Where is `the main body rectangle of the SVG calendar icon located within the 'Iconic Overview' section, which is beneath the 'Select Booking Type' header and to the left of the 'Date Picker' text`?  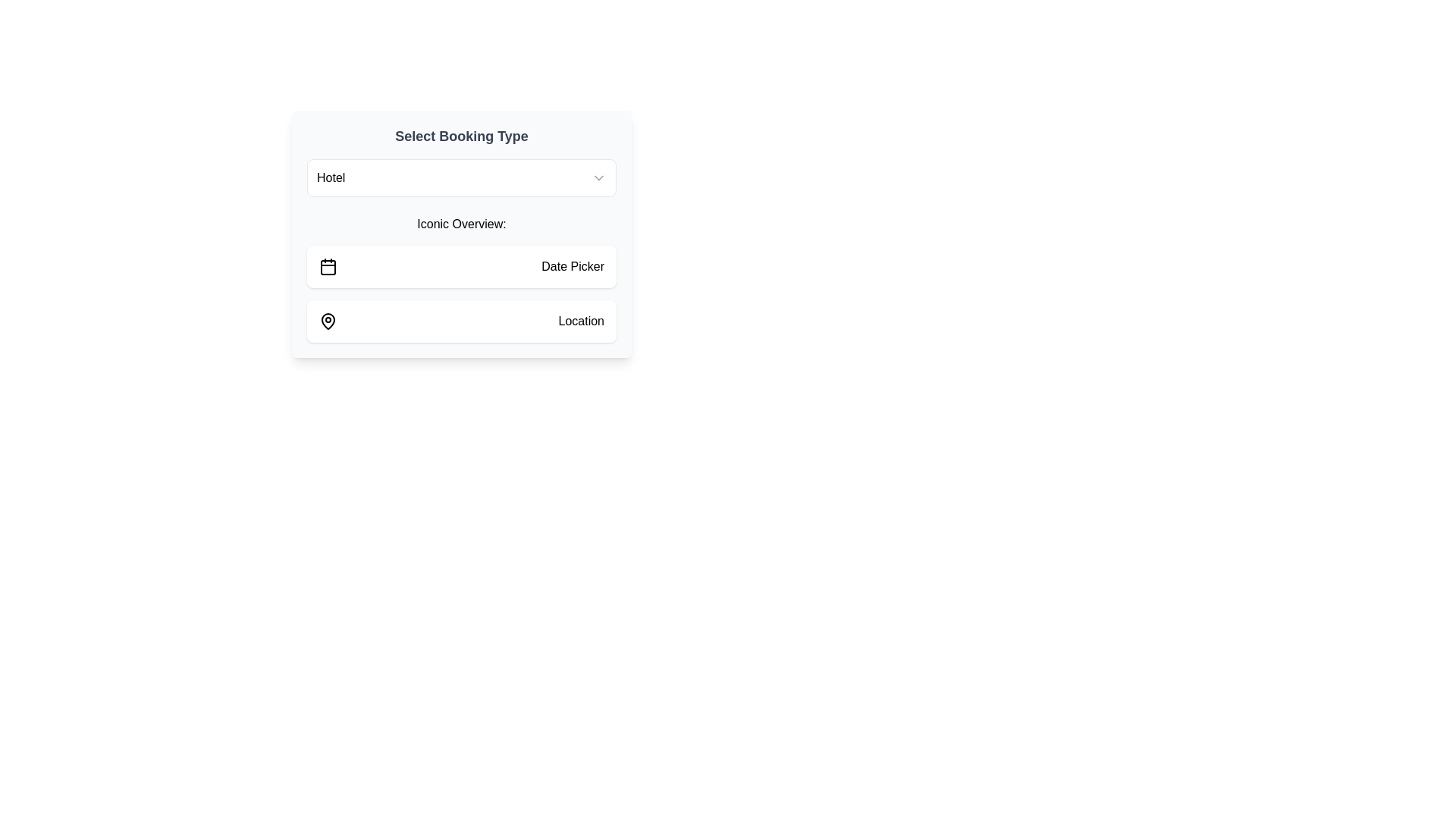
the main body rectangle of the SVG calendar icon located within the 'Iconic Overview' section, which is beneath the 'Select Booking Type' header and to the left of the 'Date Picker' text is located at coordinates (327, 267).